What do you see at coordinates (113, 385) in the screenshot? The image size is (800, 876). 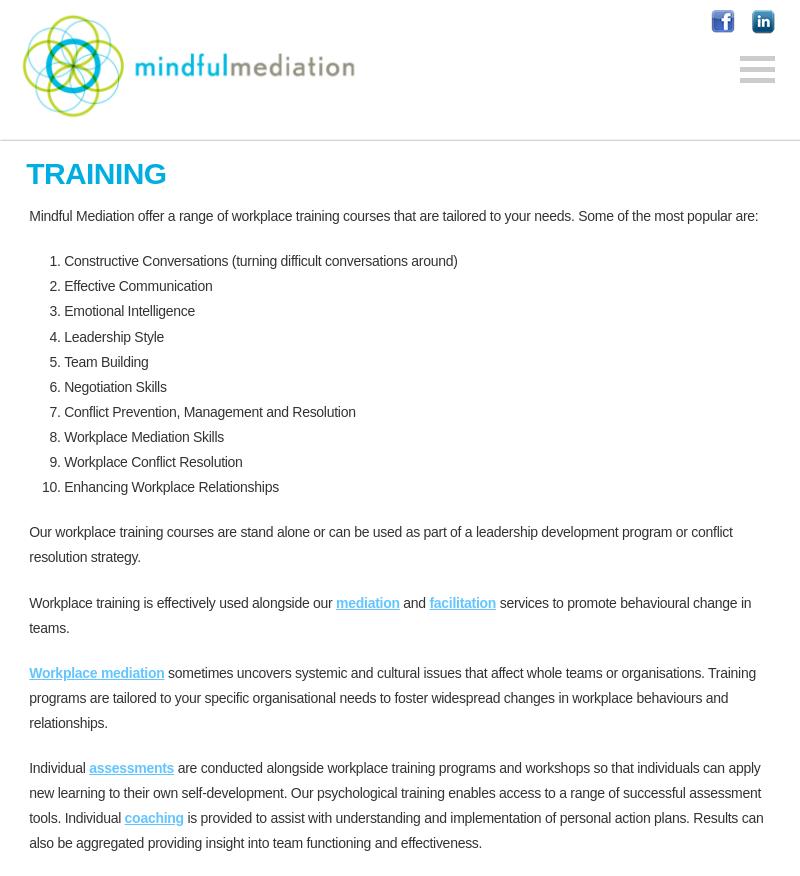 I see `'Negotiation Skills'` at bounding box center [113, 385].